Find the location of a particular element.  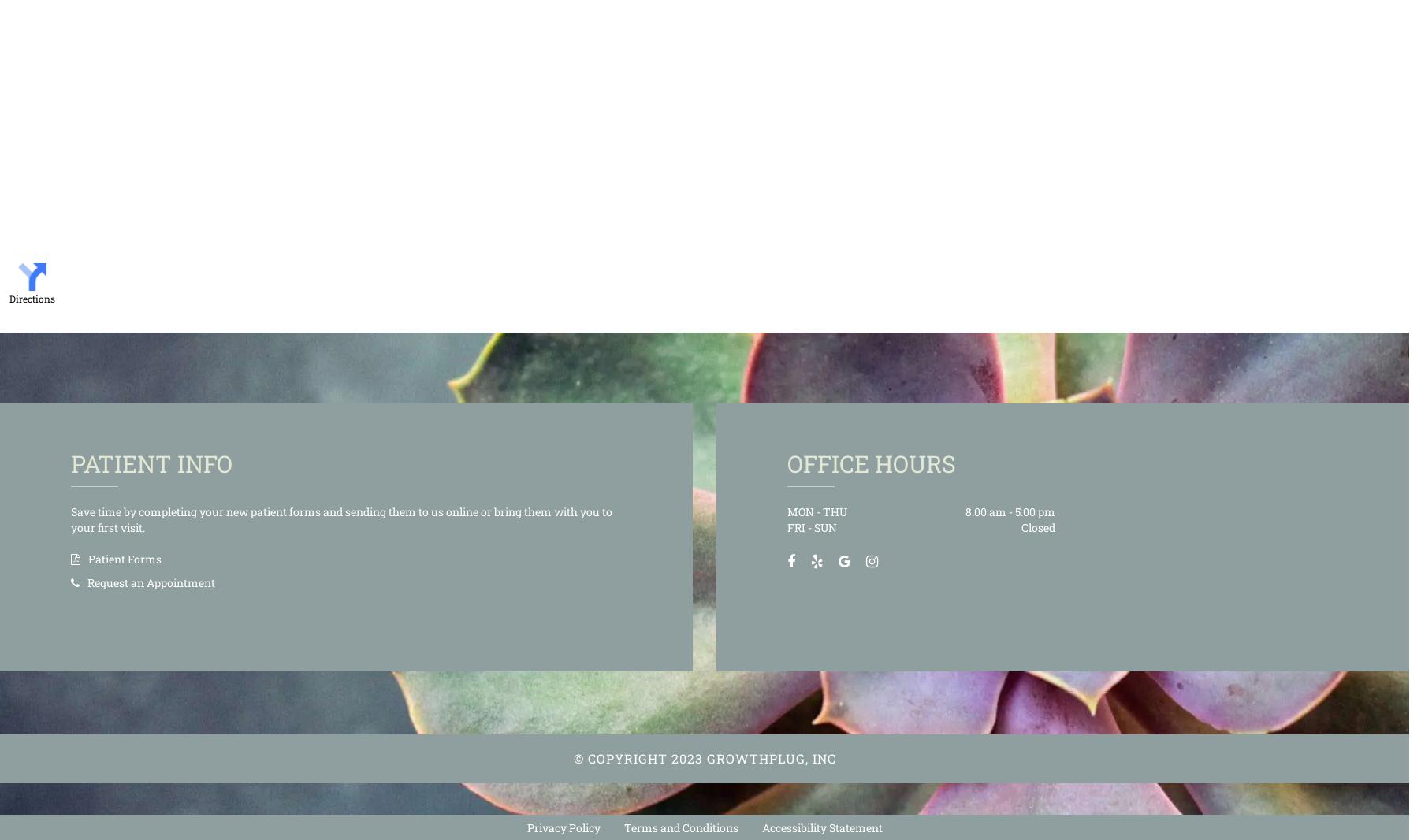

'Request an Appointment' is located at coordinates (87, 581).